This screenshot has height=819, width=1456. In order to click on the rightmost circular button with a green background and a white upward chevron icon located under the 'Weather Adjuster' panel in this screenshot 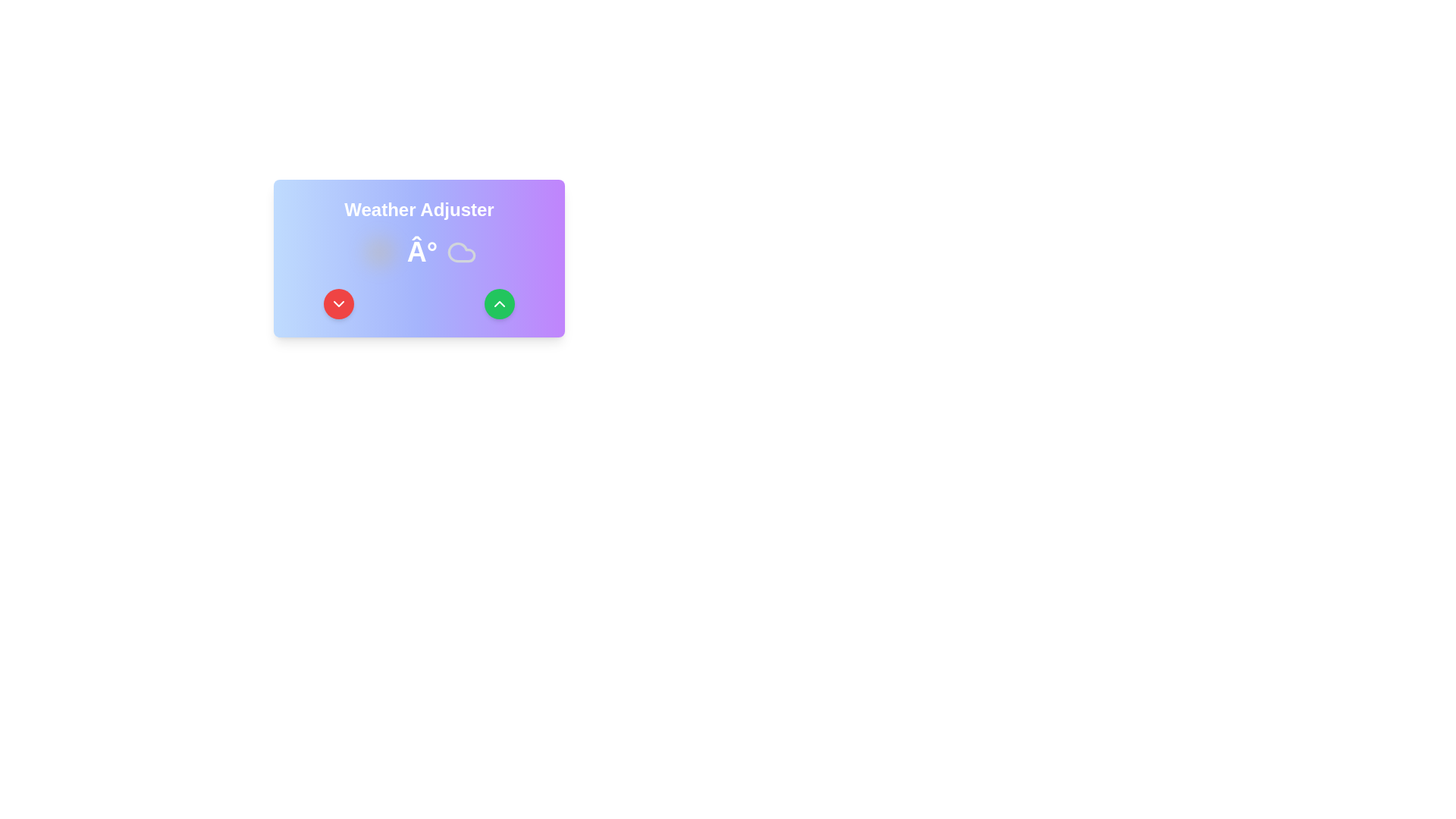, I will do `click(499, 304)`.